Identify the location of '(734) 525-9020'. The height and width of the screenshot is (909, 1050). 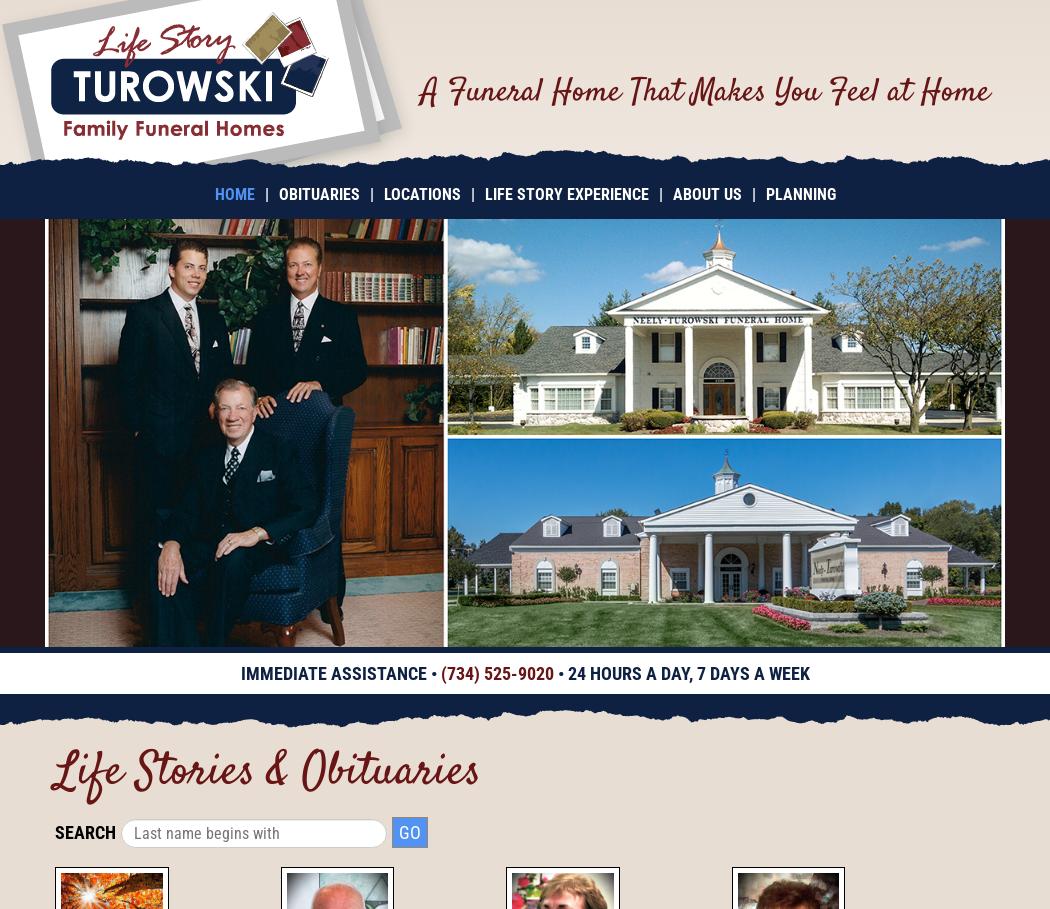
(495, 673).